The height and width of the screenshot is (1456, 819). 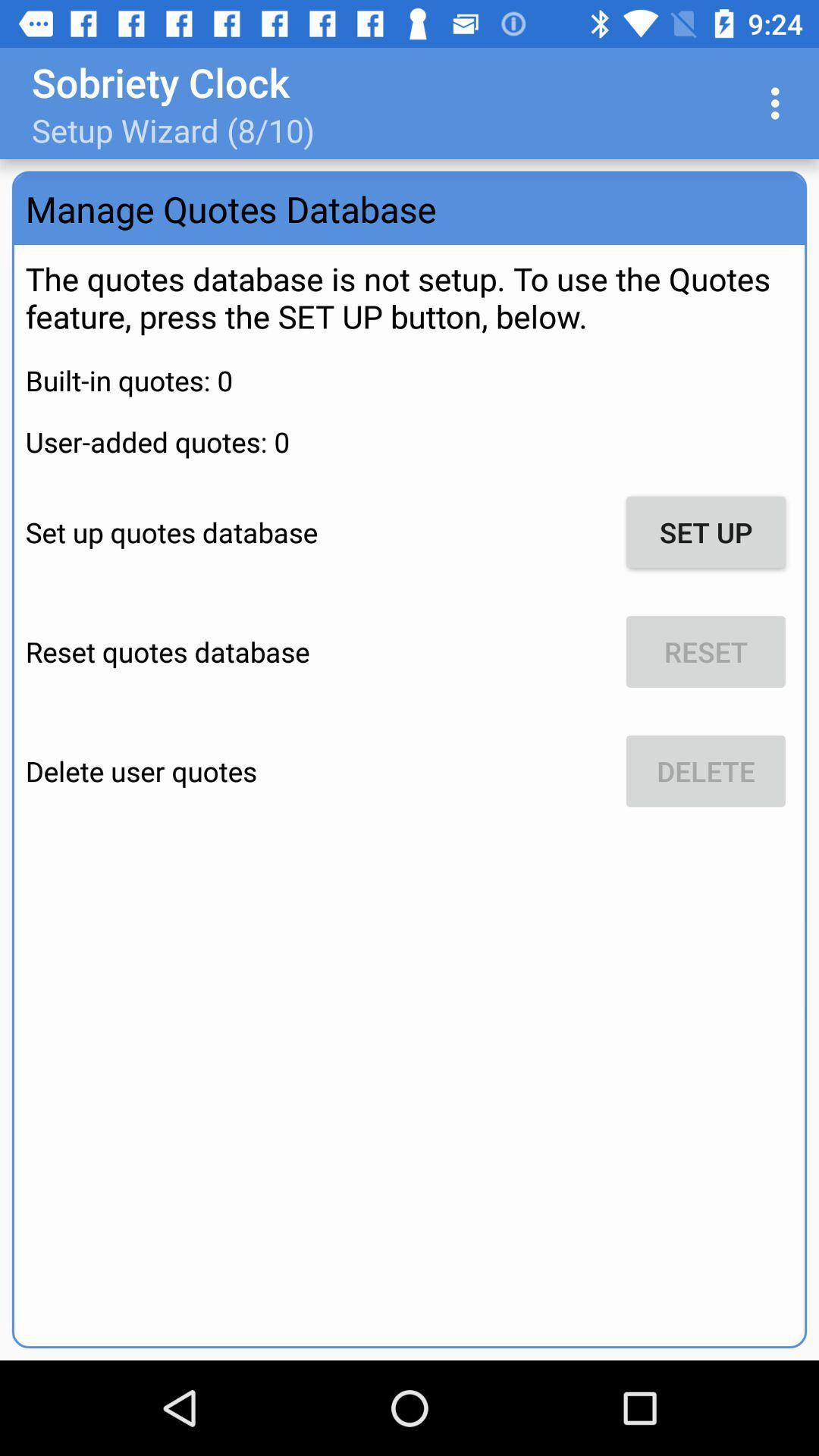 What do you see at coordinates (779, 102) in the screenshot?
I see `item at the top right corner` at bounding box center [779, 102].